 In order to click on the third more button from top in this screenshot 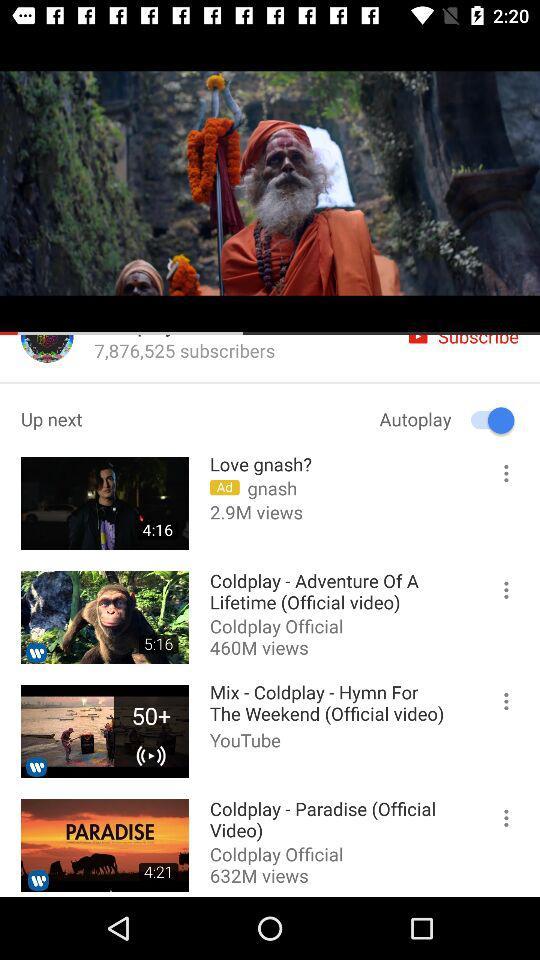, I will do `click(497, 705)`.